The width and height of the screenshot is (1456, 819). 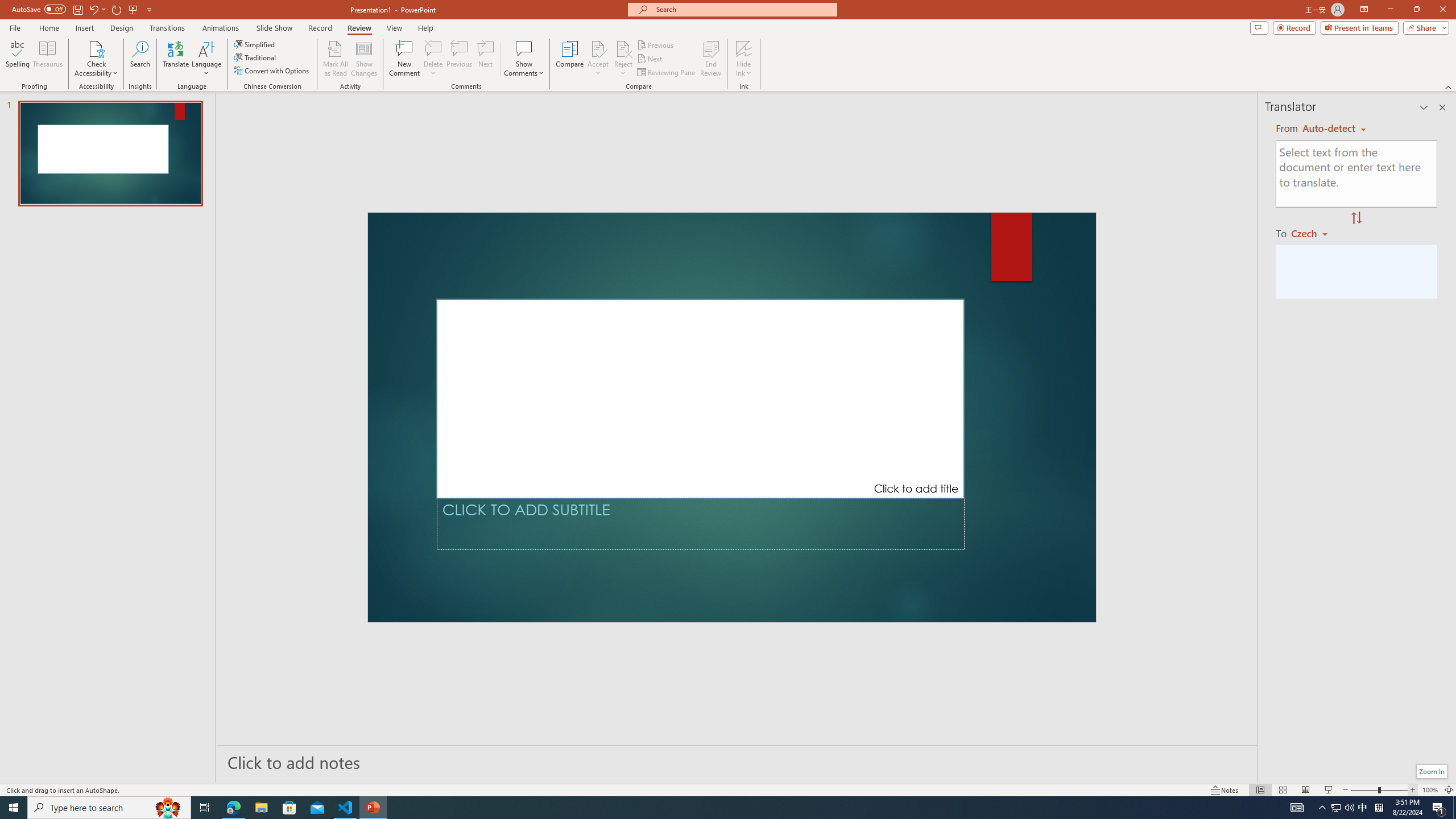 I want to click on 'Delete', so click(x=433, y=48).